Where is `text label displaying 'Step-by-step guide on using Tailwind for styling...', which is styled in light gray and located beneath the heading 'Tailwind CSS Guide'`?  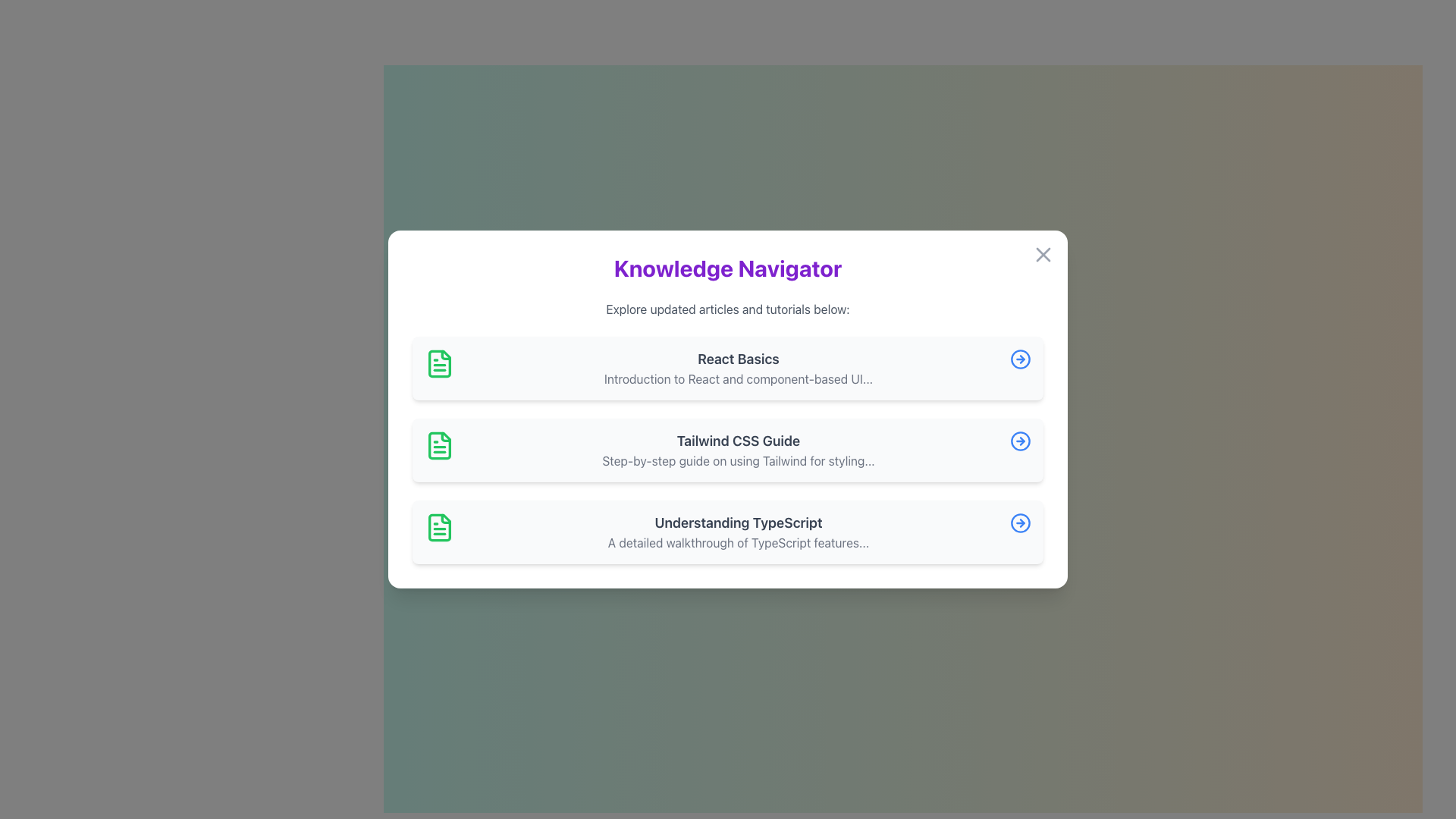 text label displaying 'Step-by-step guide on using Tailwind for styling...', which is styled in light gray and located beneath the heading 'Tailwind CSS Guide' is located at coordinates (739, 460).